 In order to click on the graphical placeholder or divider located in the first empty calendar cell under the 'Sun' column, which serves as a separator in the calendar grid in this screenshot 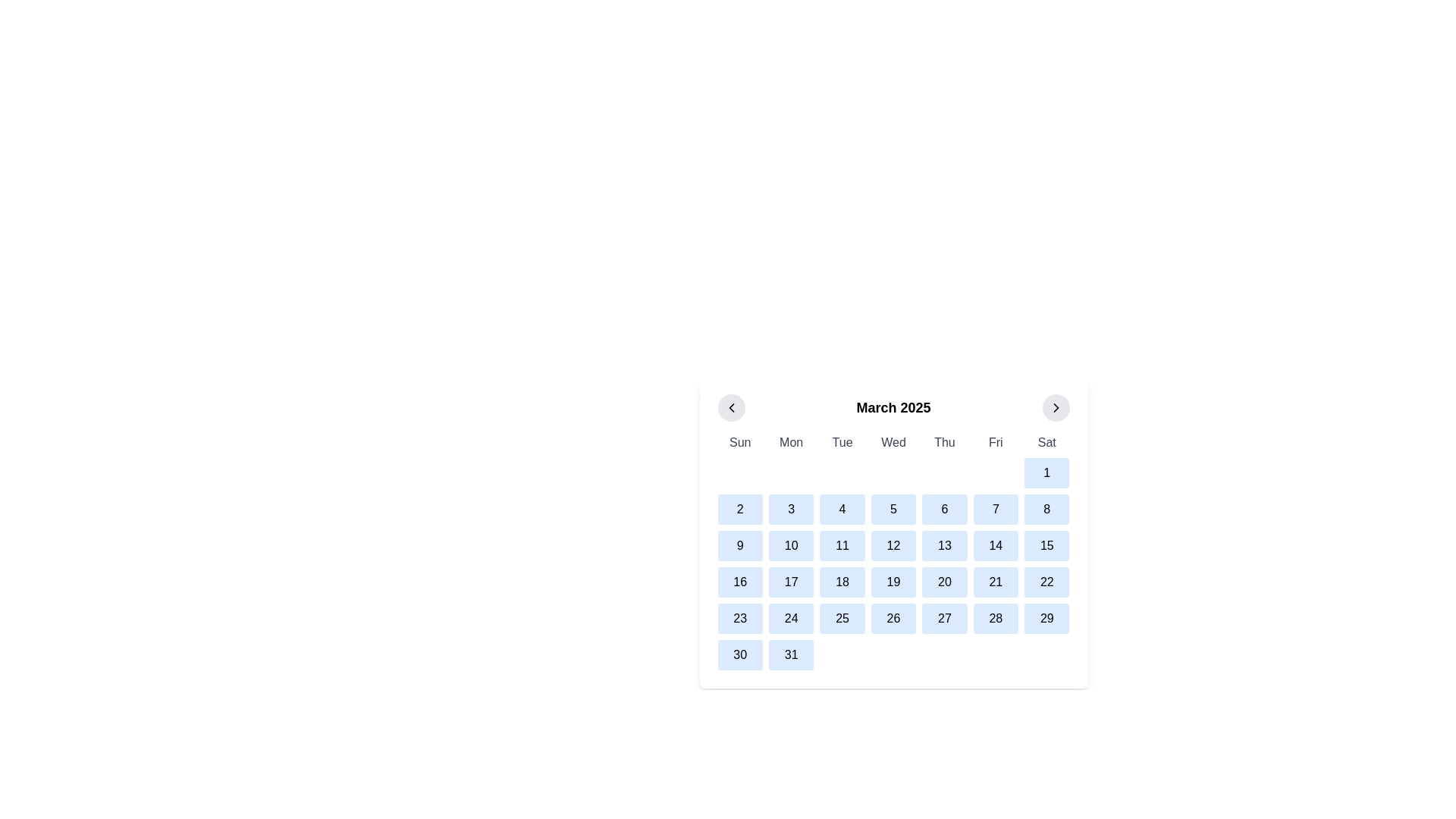, I will do `click(740, 472)`.